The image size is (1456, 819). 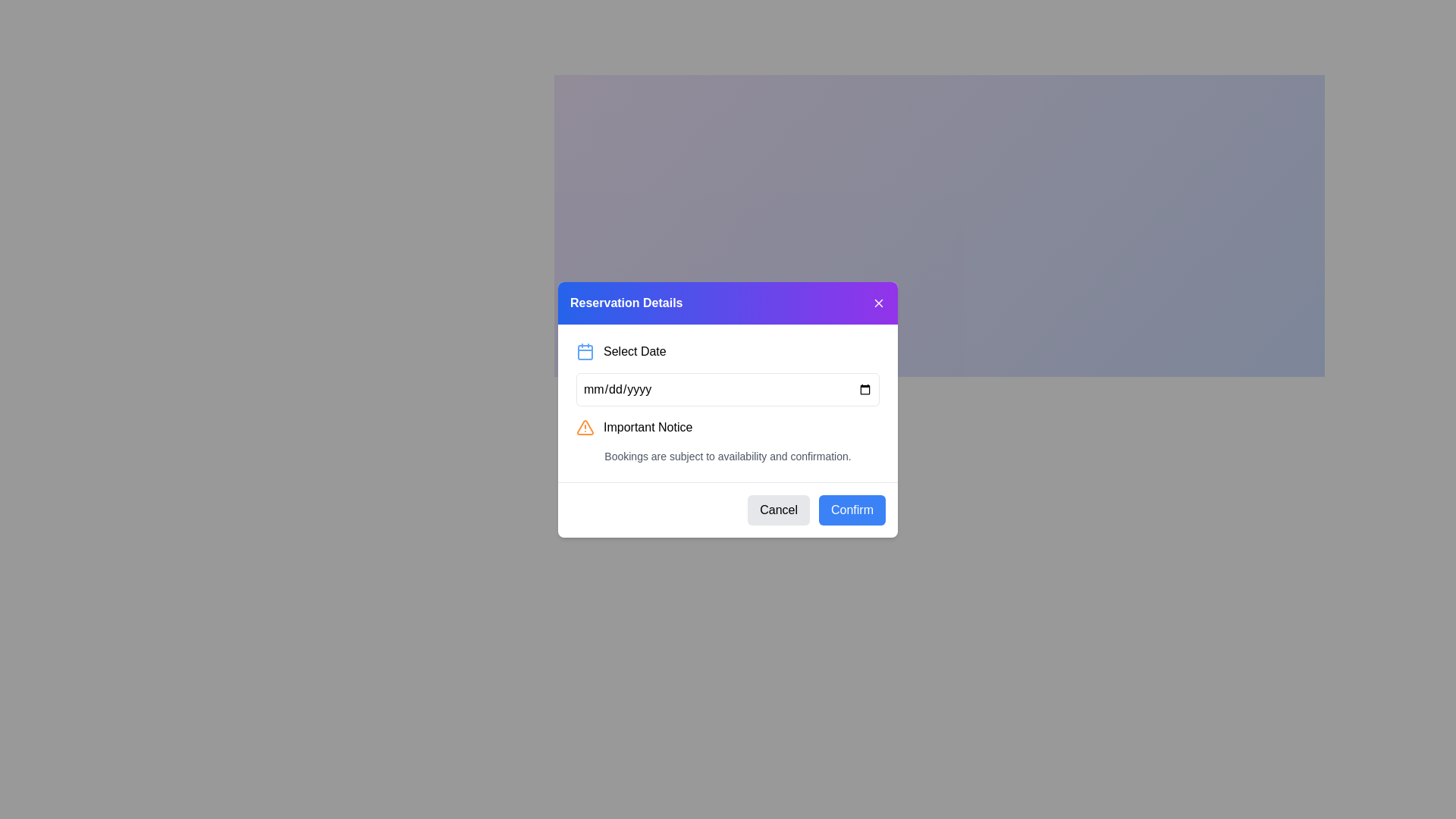 What do you see at coordinates (728, 302) in the screenshot?
I see `the Header bar of the modal` at bounding box center [728, 302].